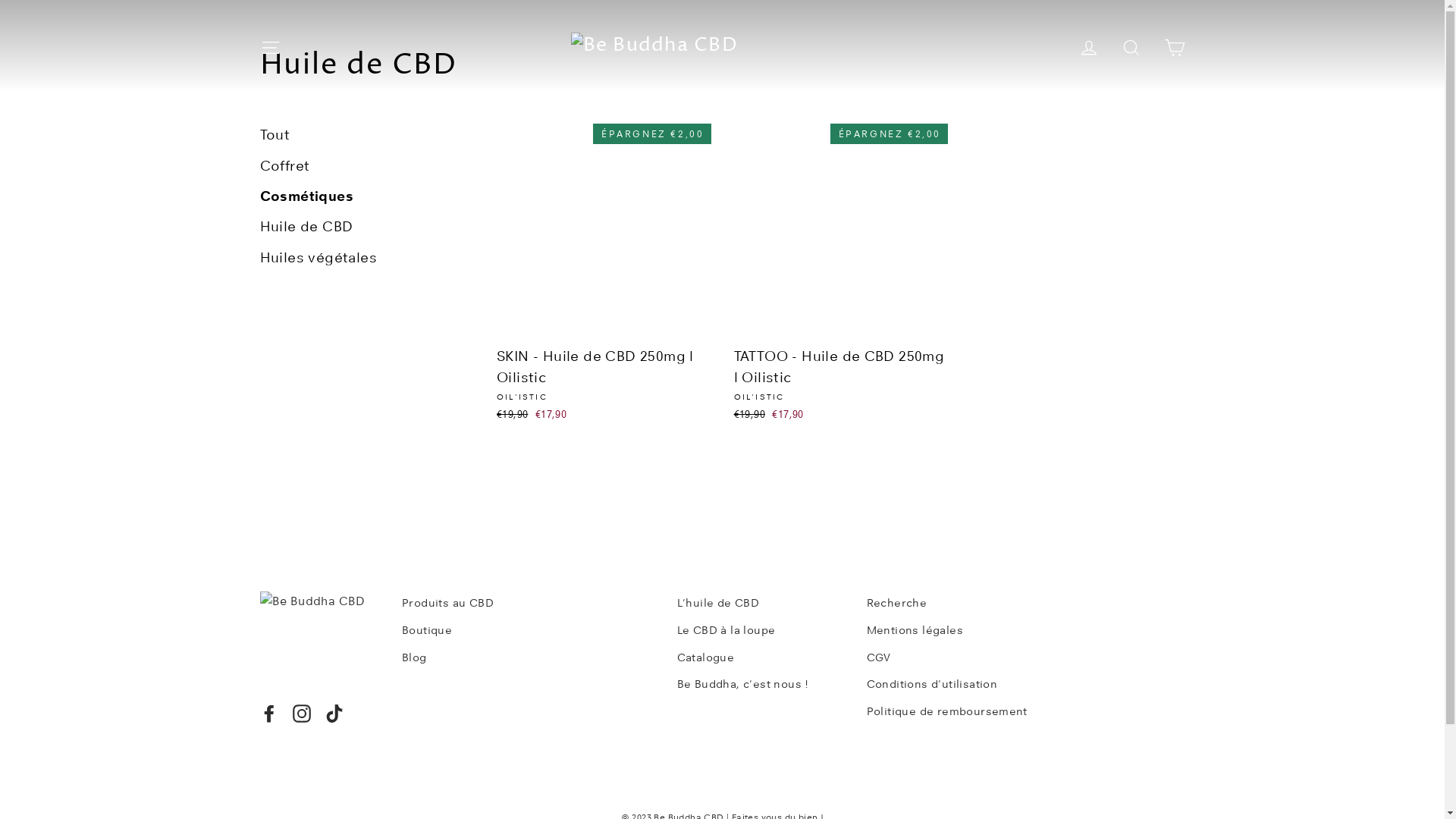  Describe the element at coordinates (0, 0) in the screenshot. I see `'Passer au contenu'` at that location.